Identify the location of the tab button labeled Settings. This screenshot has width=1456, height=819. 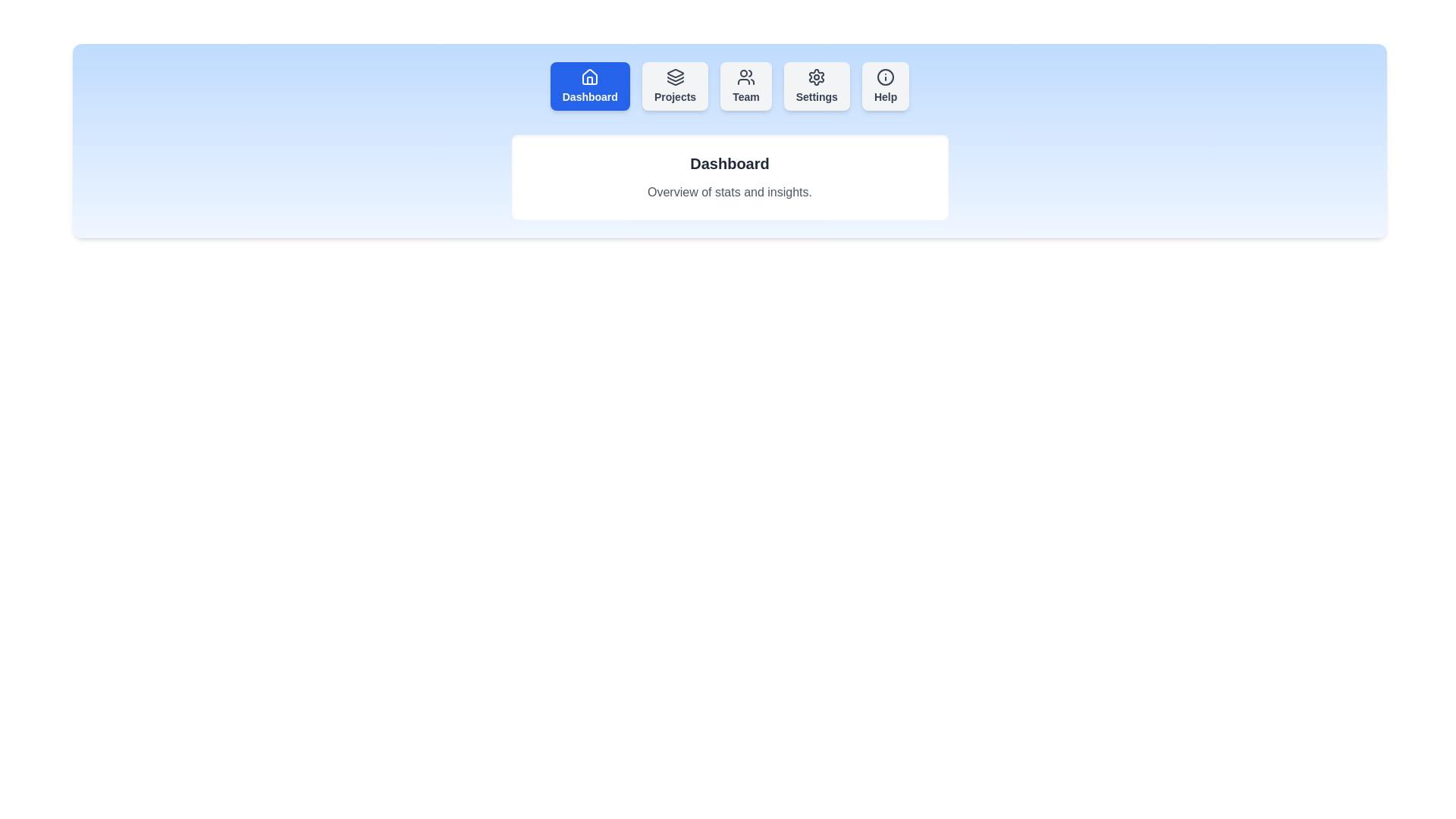
(815, 86).